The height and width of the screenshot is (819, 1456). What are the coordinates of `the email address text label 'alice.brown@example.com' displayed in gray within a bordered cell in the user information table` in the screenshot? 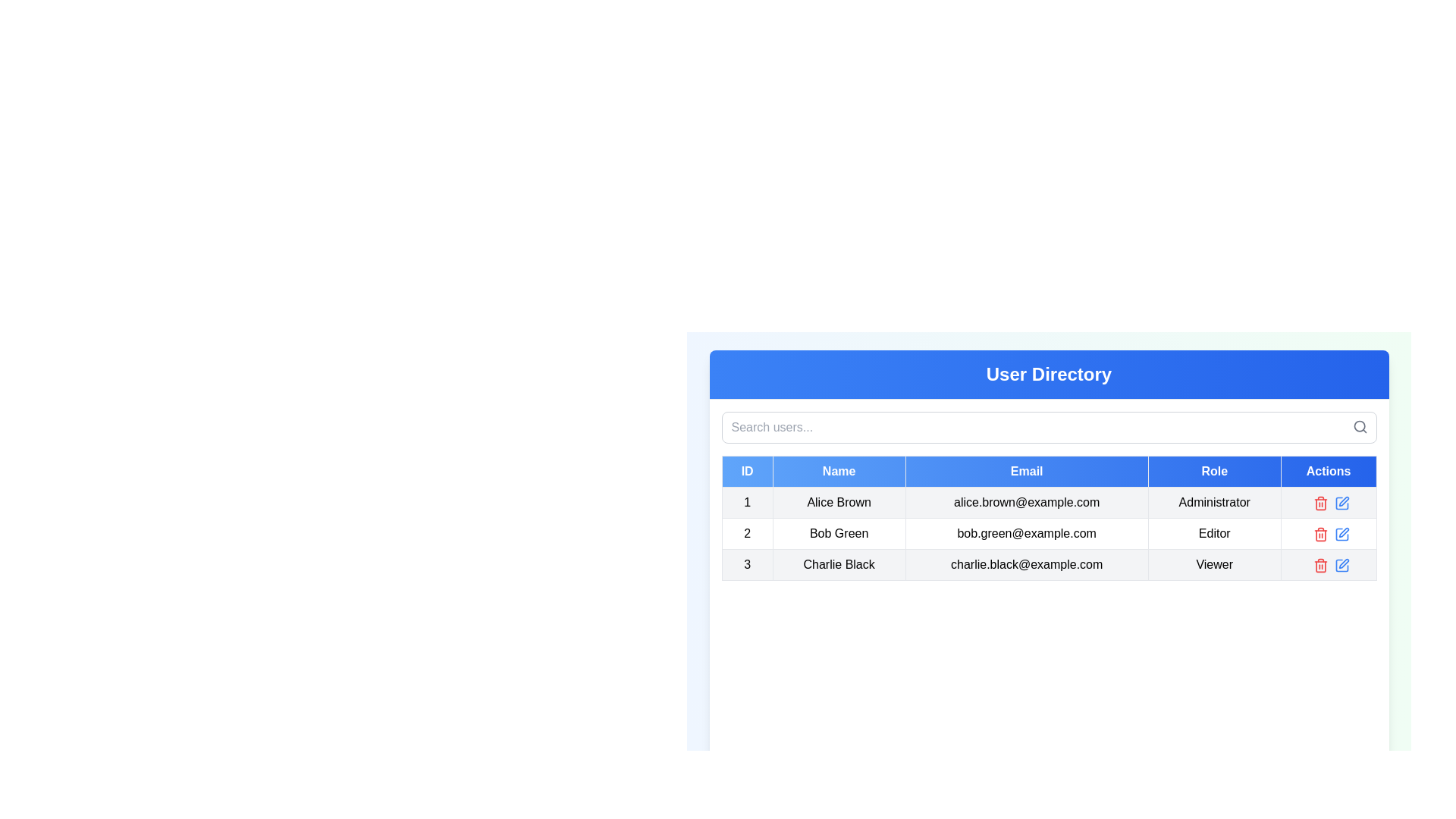 It's located at (1027, 503).